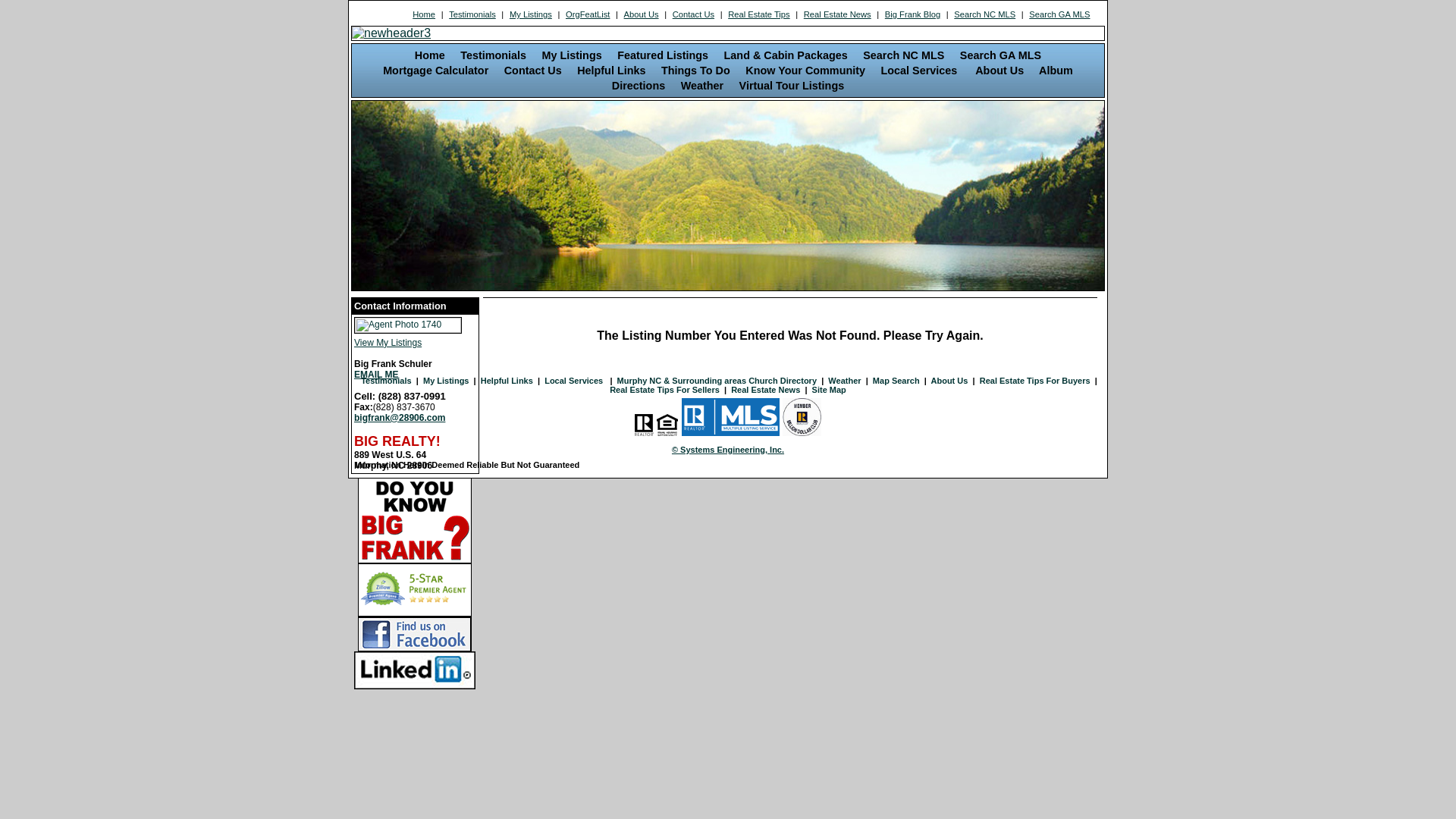 The width and height of the screenshot is (1456, 819). What do you see at coordinates (447, 14) in the screenshot?
I see `'Testimonials'` at bounding box center [447, 14].